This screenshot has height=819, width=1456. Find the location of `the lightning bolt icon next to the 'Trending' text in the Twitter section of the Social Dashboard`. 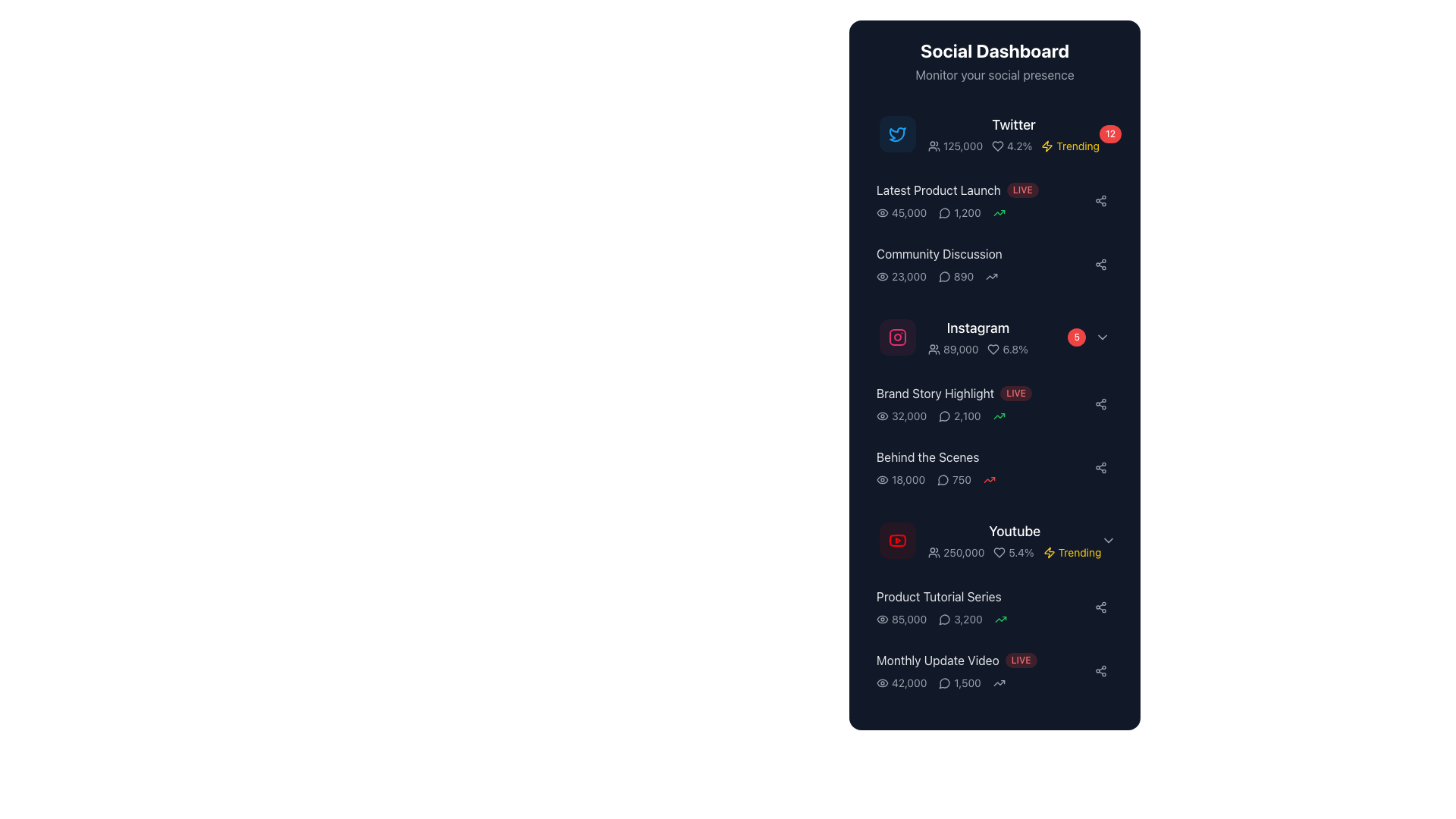

the lightning bolt icon next to the 'Trending' text in the Twitter section of the Social Dashboard is located at coordinates (1046, 146).